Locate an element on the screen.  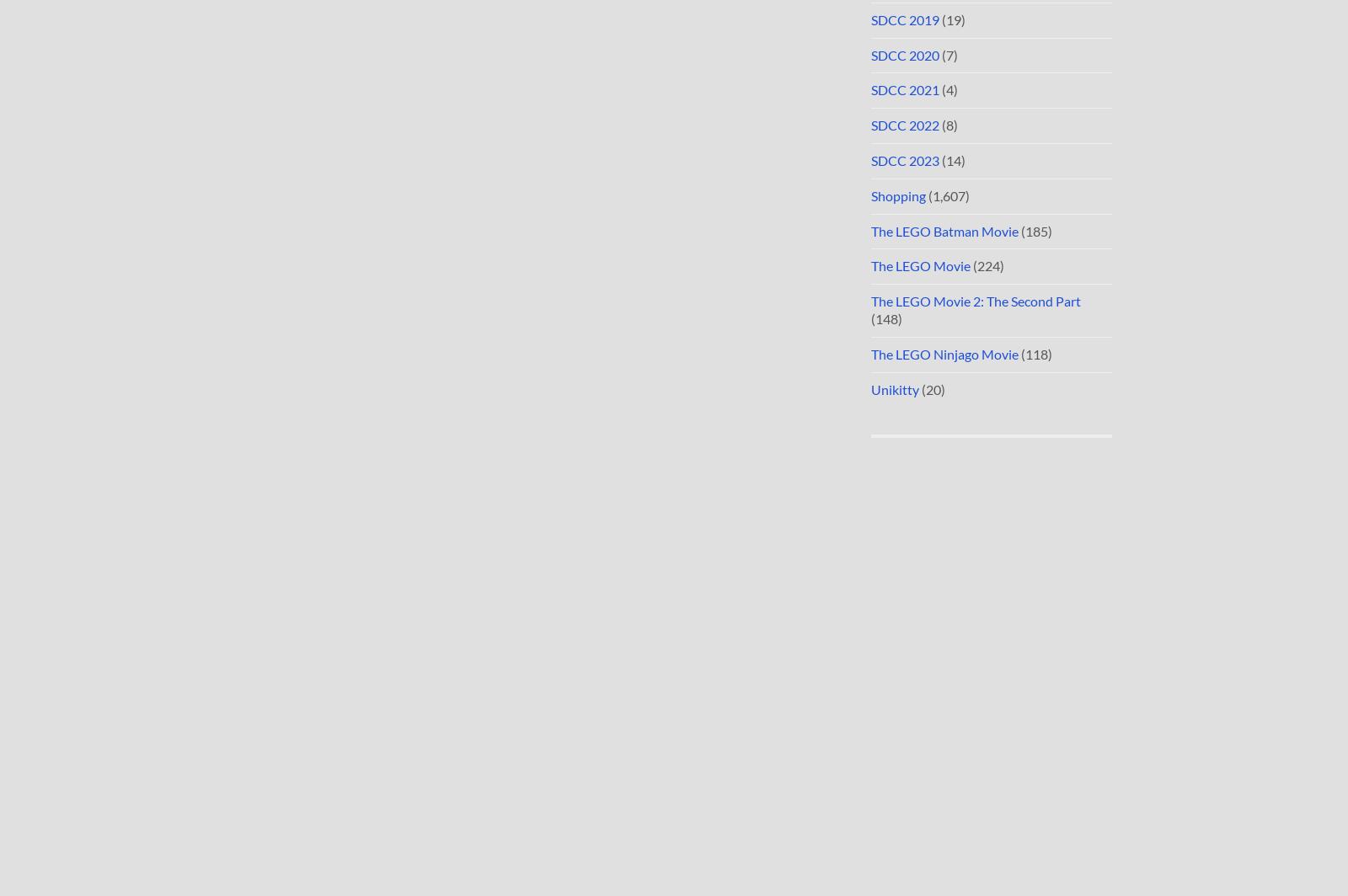
'SDCC 2022' is located at coordinates (870, 125).